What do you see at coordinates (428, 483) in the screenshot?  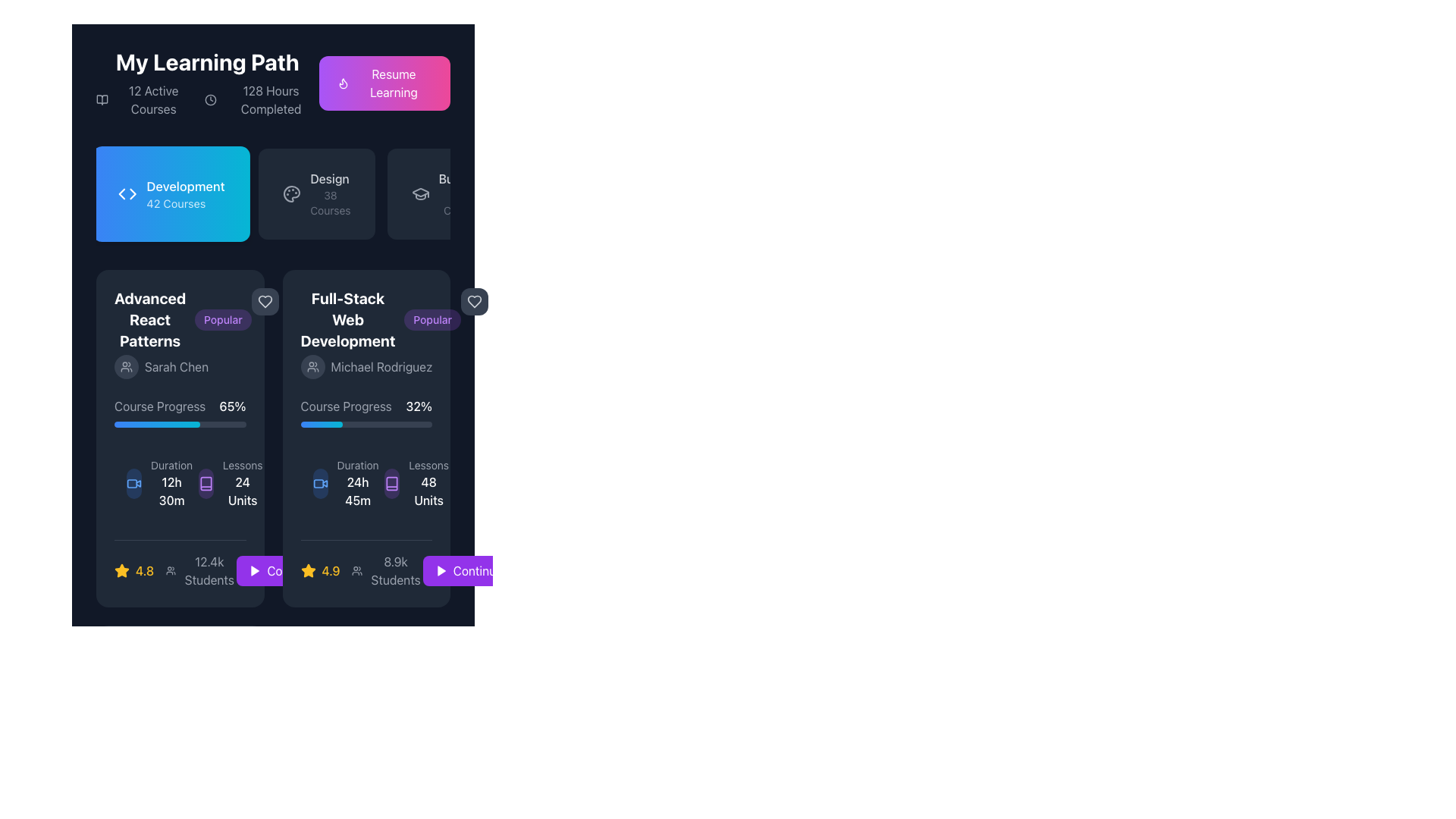 I see `the Text block displaying 'Lessons' and '48 Units' located in the lower right section of the card titled 'Full-Stack Web Development'` at bounding box center [428, 483].